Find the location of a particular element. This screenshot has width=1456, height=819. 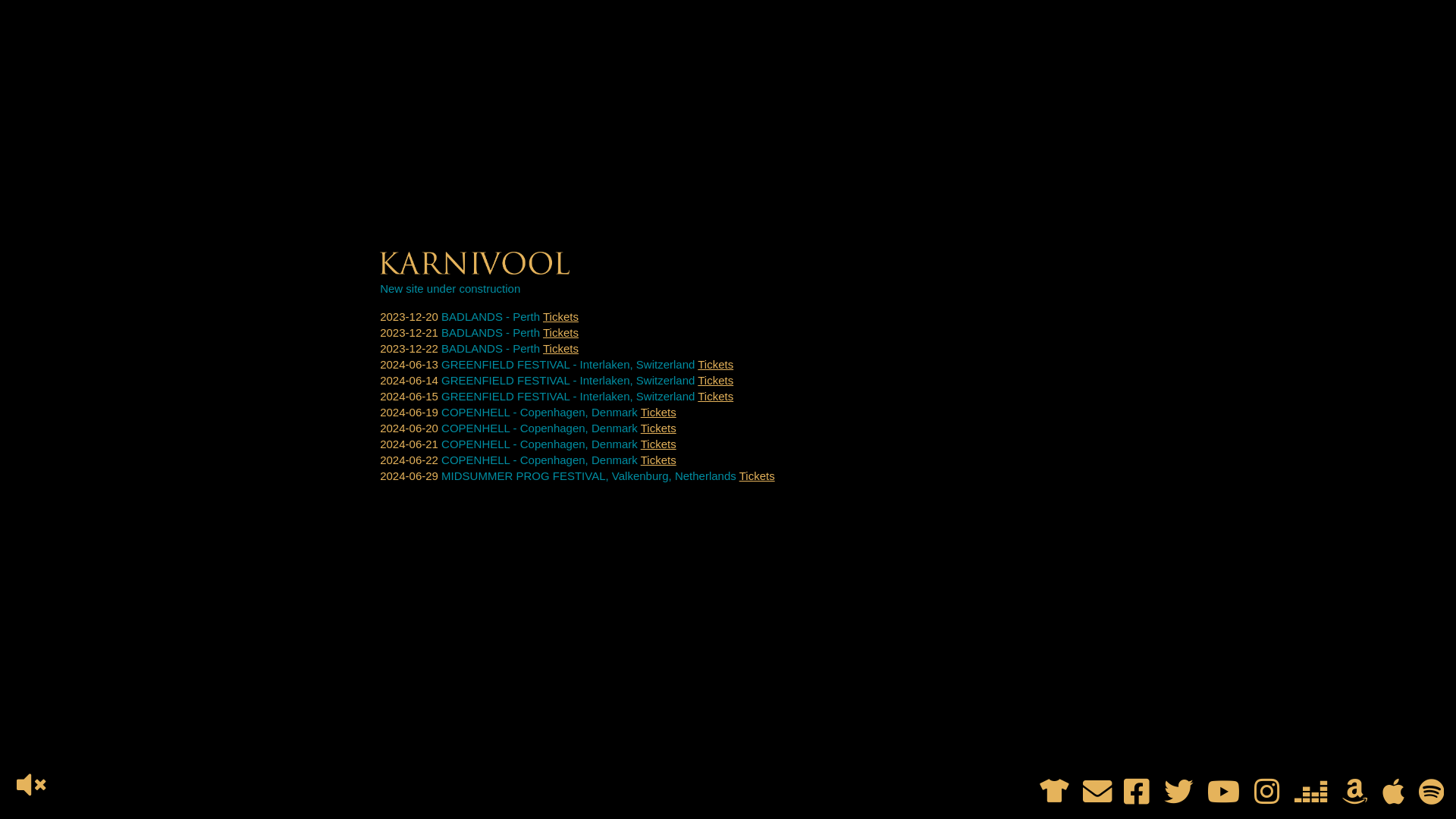

'Tickets' is located at coordinates (714, 395).